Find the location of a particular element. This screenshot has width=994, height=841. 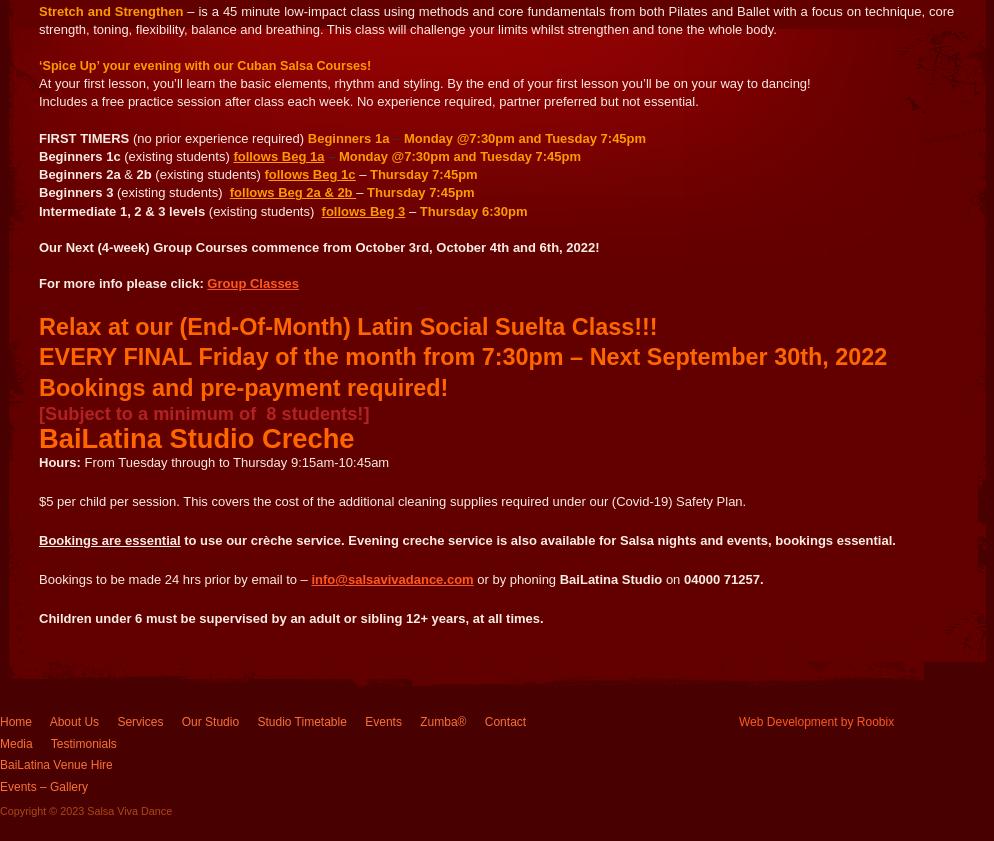

'2b' is located at coordinates (134, 173).